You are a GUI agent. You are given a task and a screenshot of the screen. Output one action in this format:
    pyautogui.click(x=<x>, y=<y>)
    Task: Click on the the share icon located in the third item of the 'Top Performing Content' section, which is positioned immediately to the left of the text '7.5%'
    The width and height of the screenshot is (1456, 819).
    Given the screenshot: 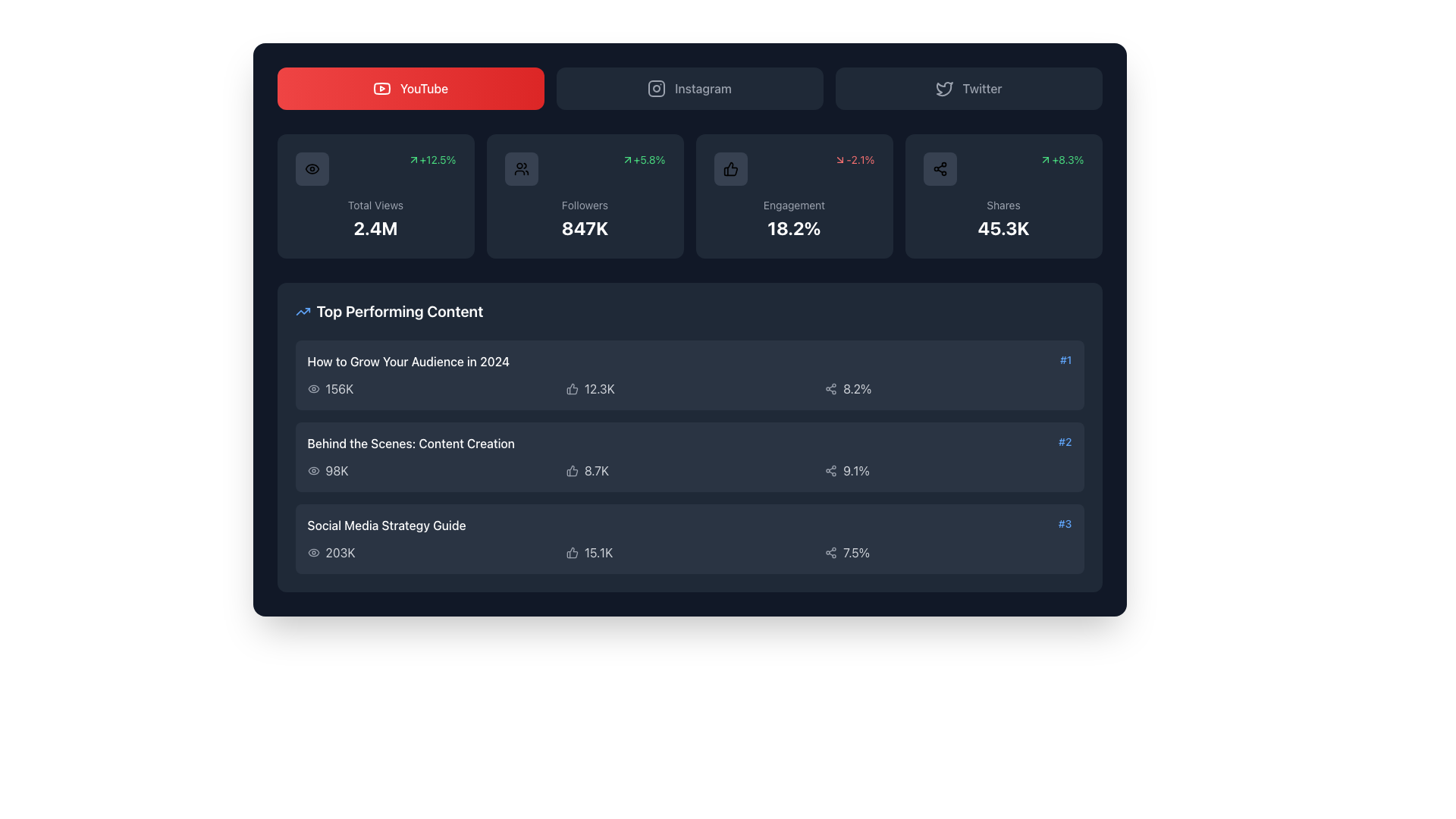 What is the action you would take?
    pyautogui.click(x=830, y=553)
    